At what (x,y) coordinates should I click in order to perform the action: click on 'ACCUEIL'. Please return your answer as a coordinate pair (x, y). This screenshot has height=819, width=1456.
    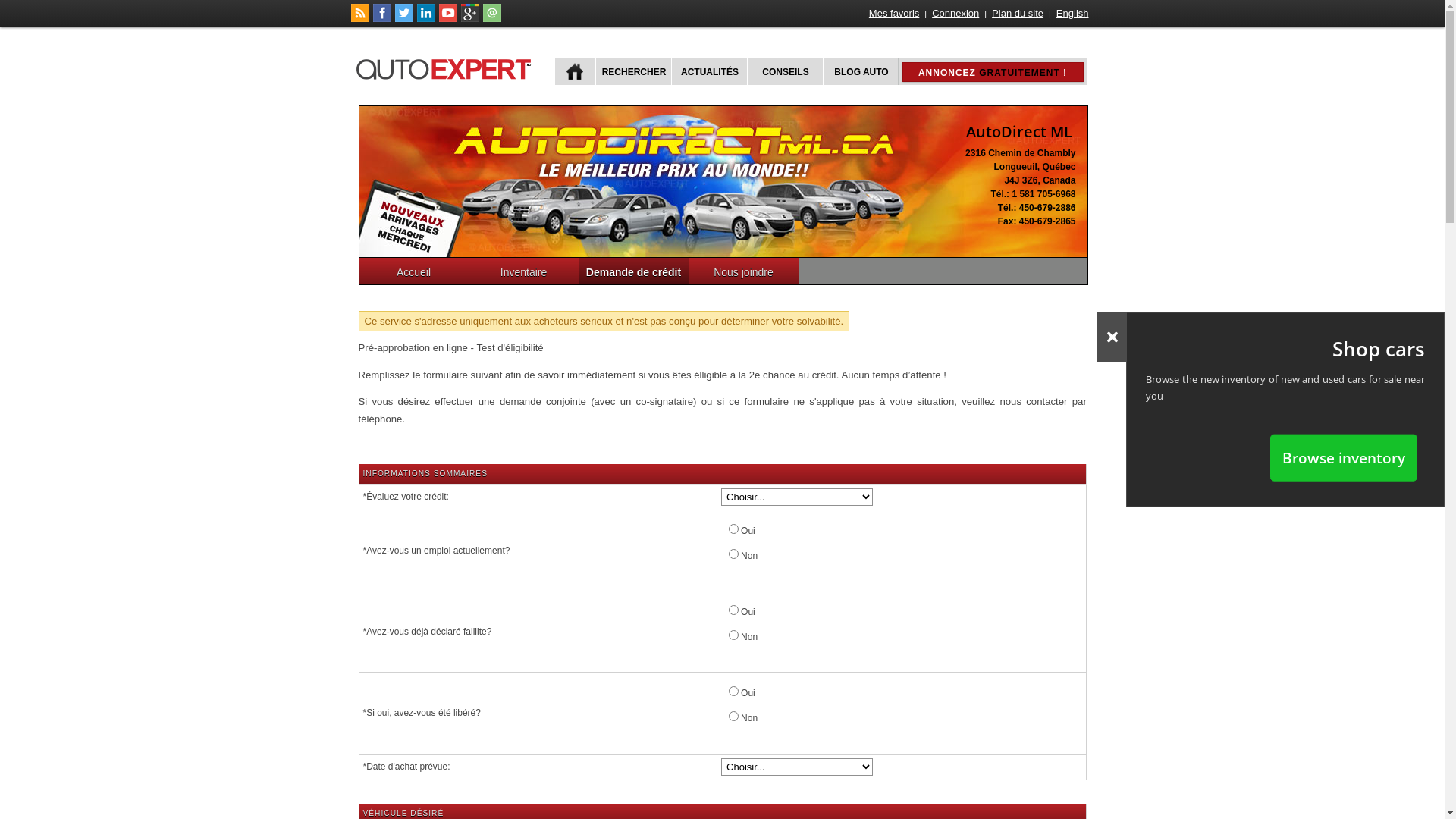
    Looking at the image, I should click on (554, 71).